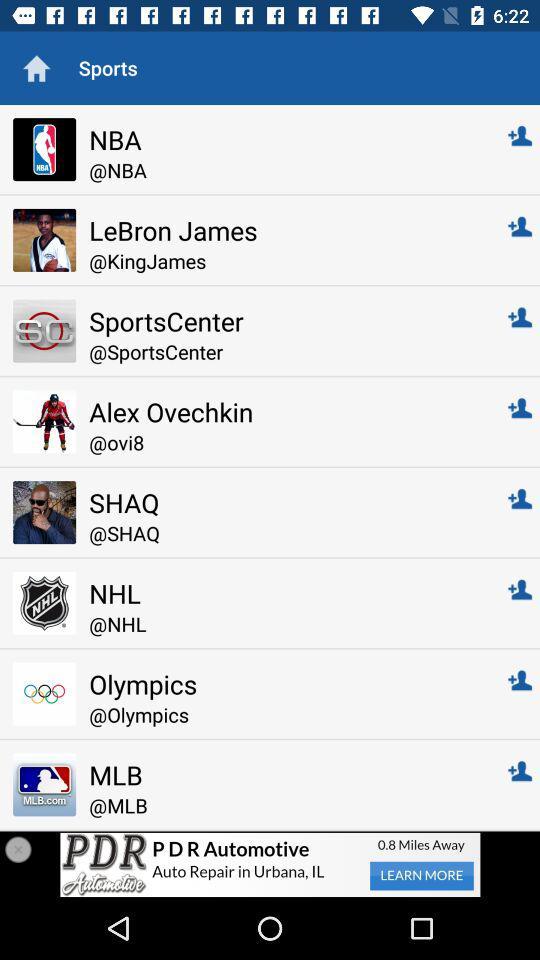 This screenshot has height=960, width=540. What do you see at coordinates (284, 442) in the screenshot?
I see `the @ovi8 item` at bounding box center [284, 442].